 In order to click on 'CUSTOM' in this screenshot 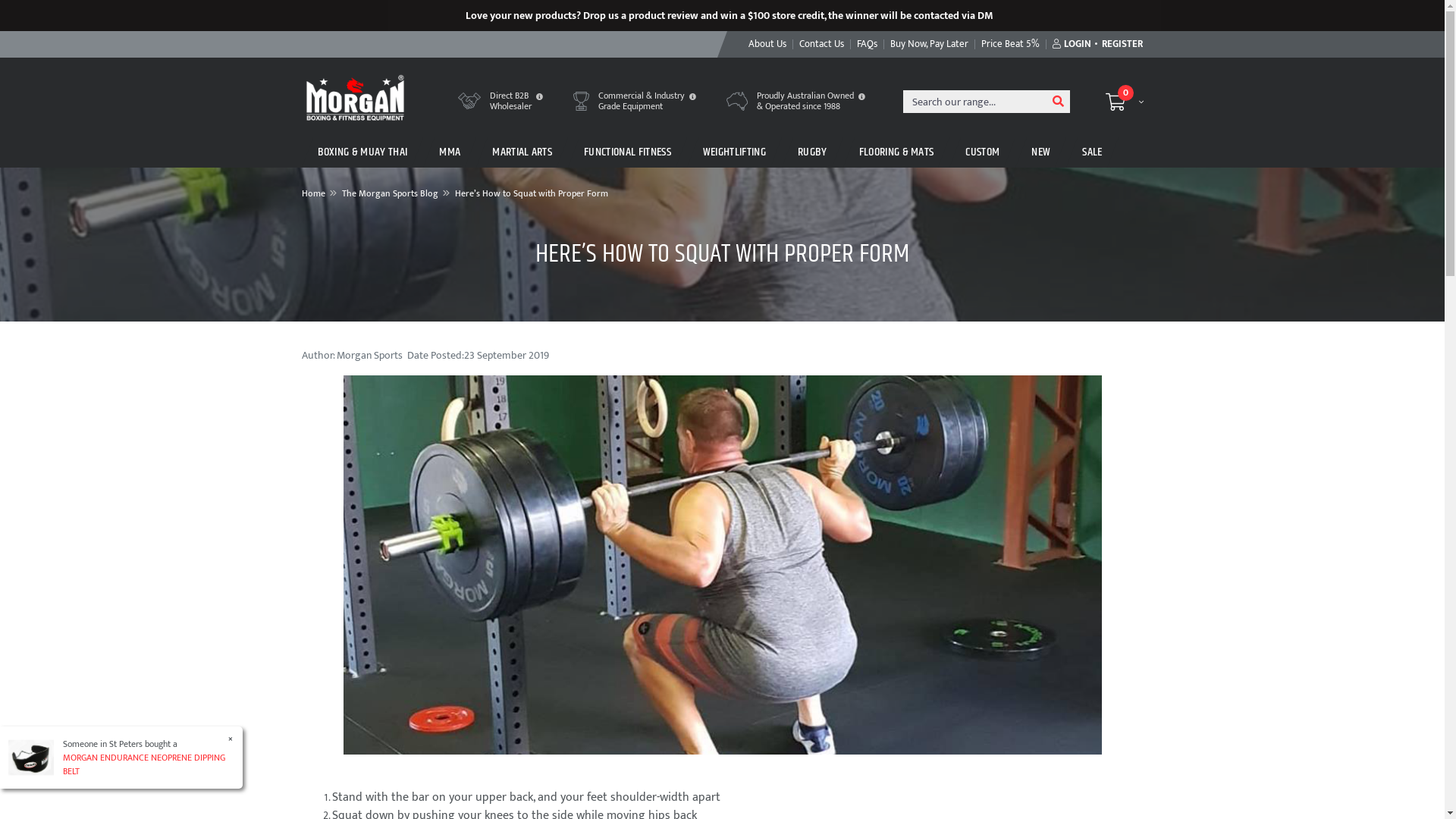, I will do `click(949, 152)`.